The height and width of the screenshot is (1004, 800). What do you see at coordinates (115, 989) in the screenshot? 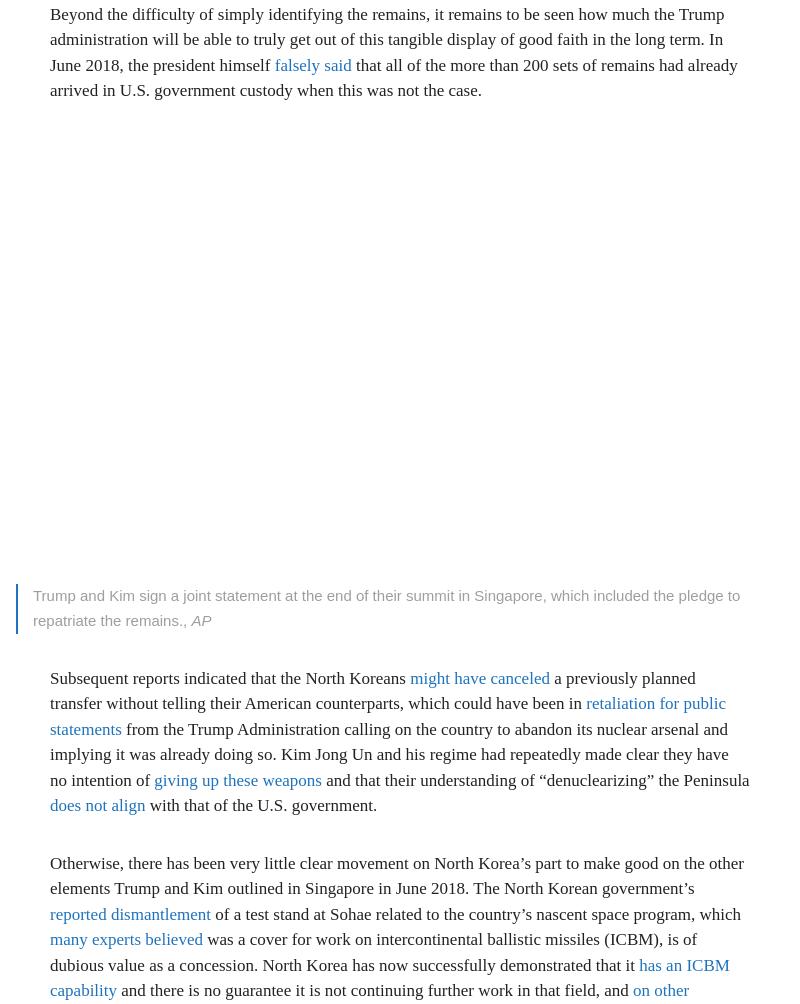
I see `'and there is no guarantee it is not continuing further work in that field, and'` at bounding box center [115, 989].